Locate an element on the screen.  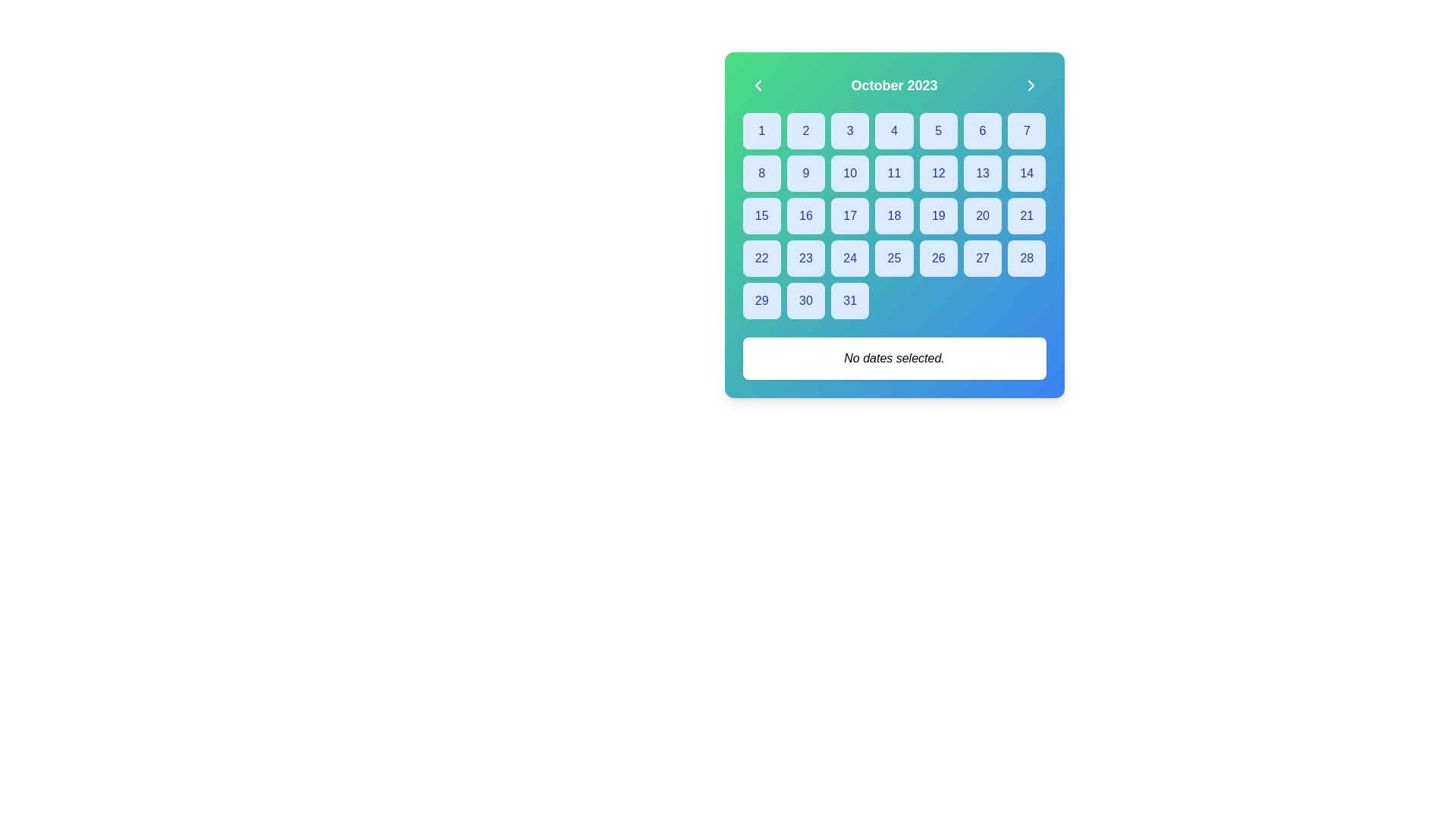
the button with rounded corners and a light blue background that displays the text '15' is located at coordinates (761, 216).